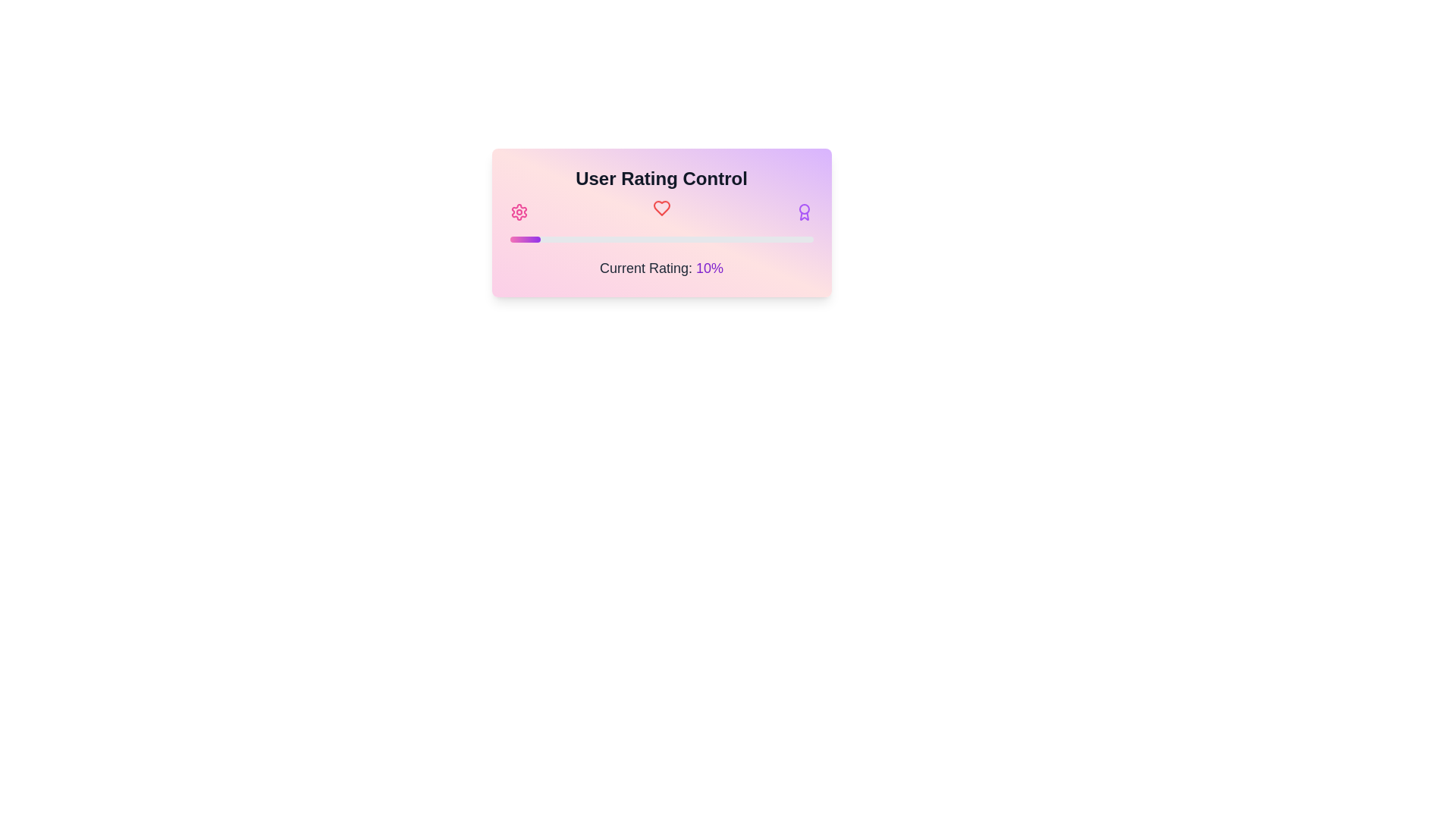 The image size is (1456, 819). What do you see at coordinates (803, 212) in the screenshot?
I see `the award icon, which is the third icon in a row of three icons, positioned to the far right, indicating achievements or recognition` at bounding box center [803, 212].